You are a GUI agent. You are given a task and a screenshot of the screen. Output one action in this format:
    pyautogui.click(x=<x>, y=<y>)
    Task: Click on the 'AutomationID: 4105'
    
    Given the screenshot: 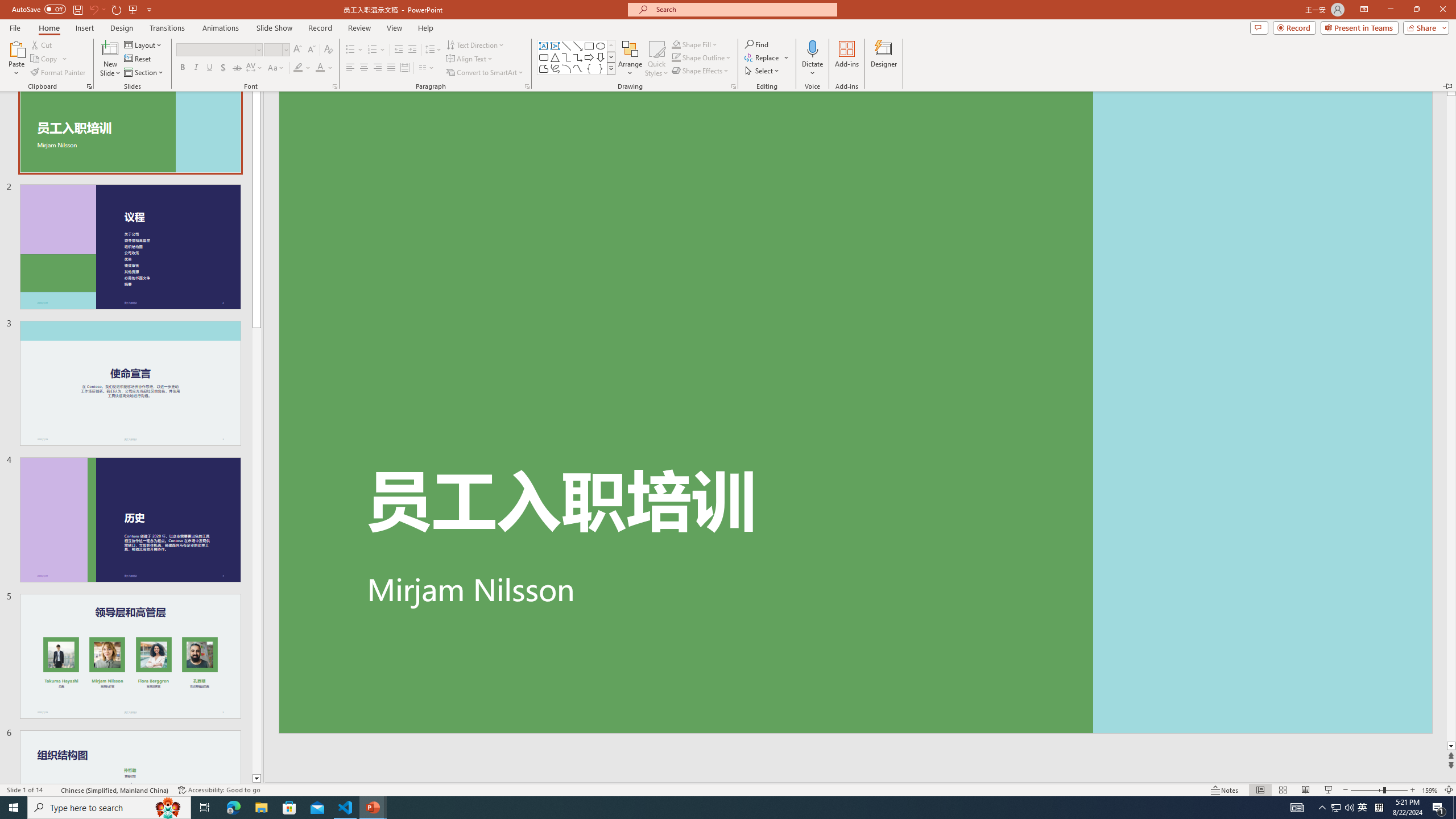 What is the action you would take?
    pyautogui.click(x=1296, y=806)
    